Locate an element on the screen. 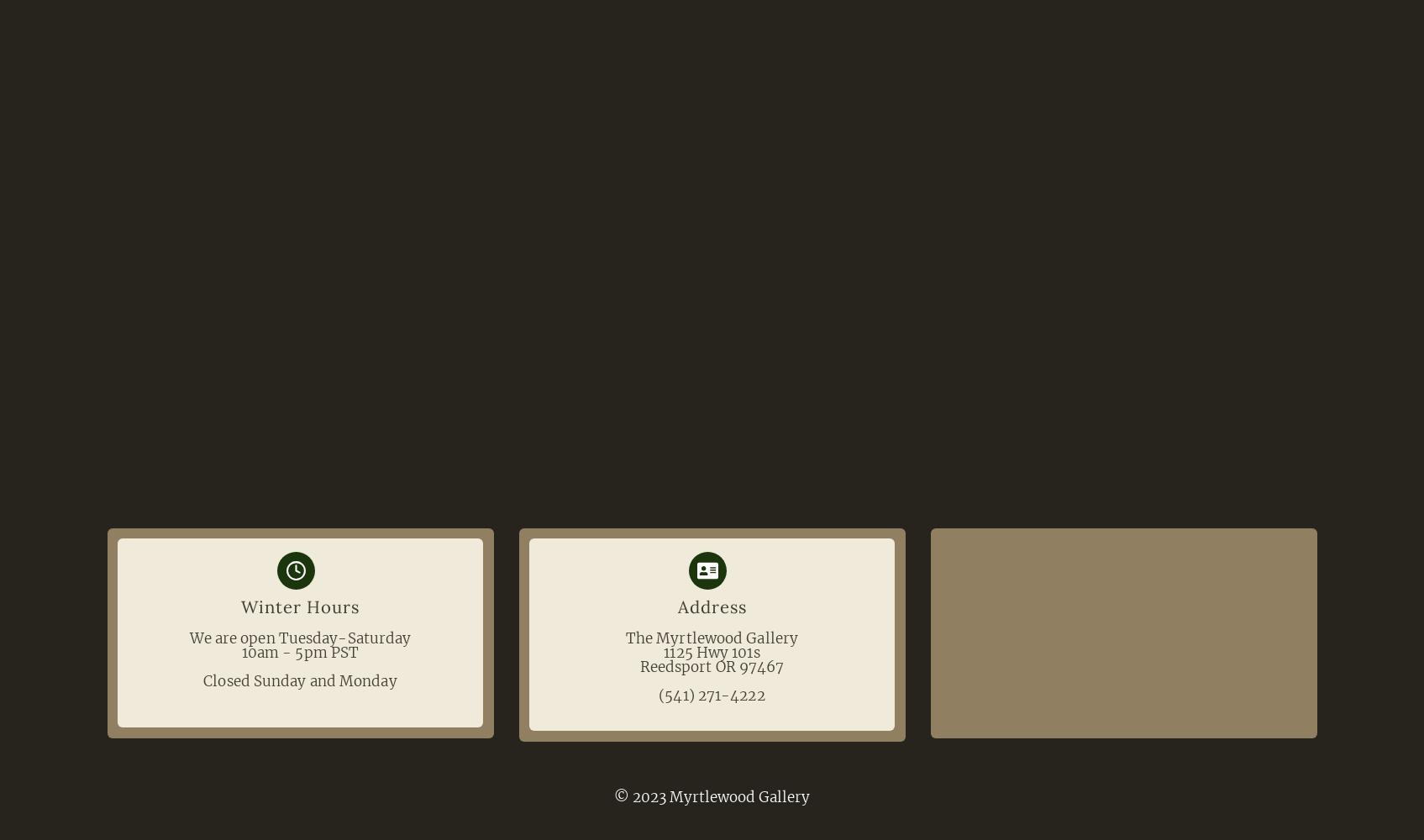 This screenshot has width=1424, height=840. '© 2023 Myrtlewood Gallery' is located at coordinates (712, 795).